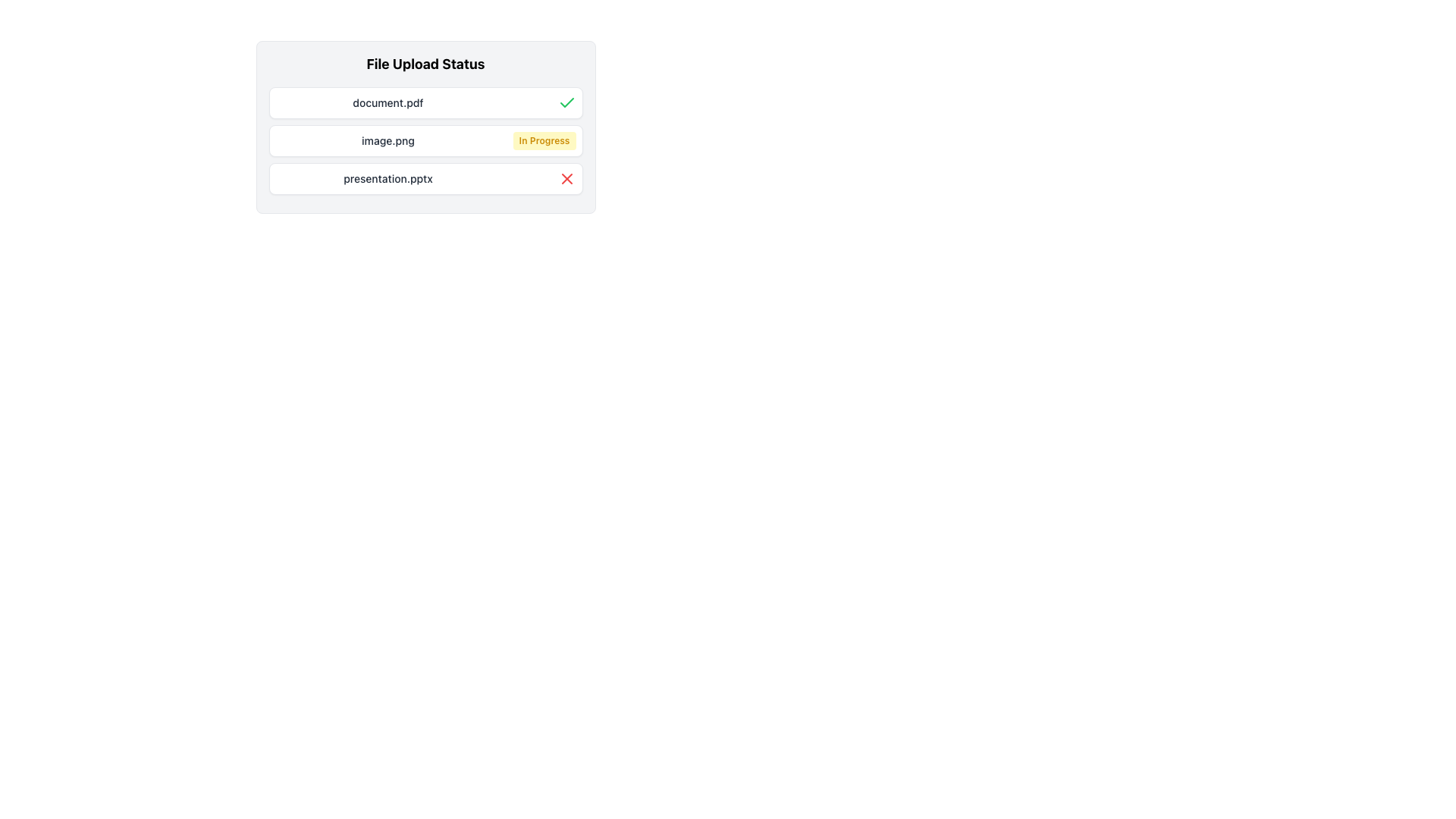 Image resolution: width=1456 pixels, height=819 pixels. What do you see at coordinates (566, 177) in the screenshot?
I see `the red 'X' icon button located at the far right of the row displaying 'presentation.pptx'` at bounding box center [566, 177].